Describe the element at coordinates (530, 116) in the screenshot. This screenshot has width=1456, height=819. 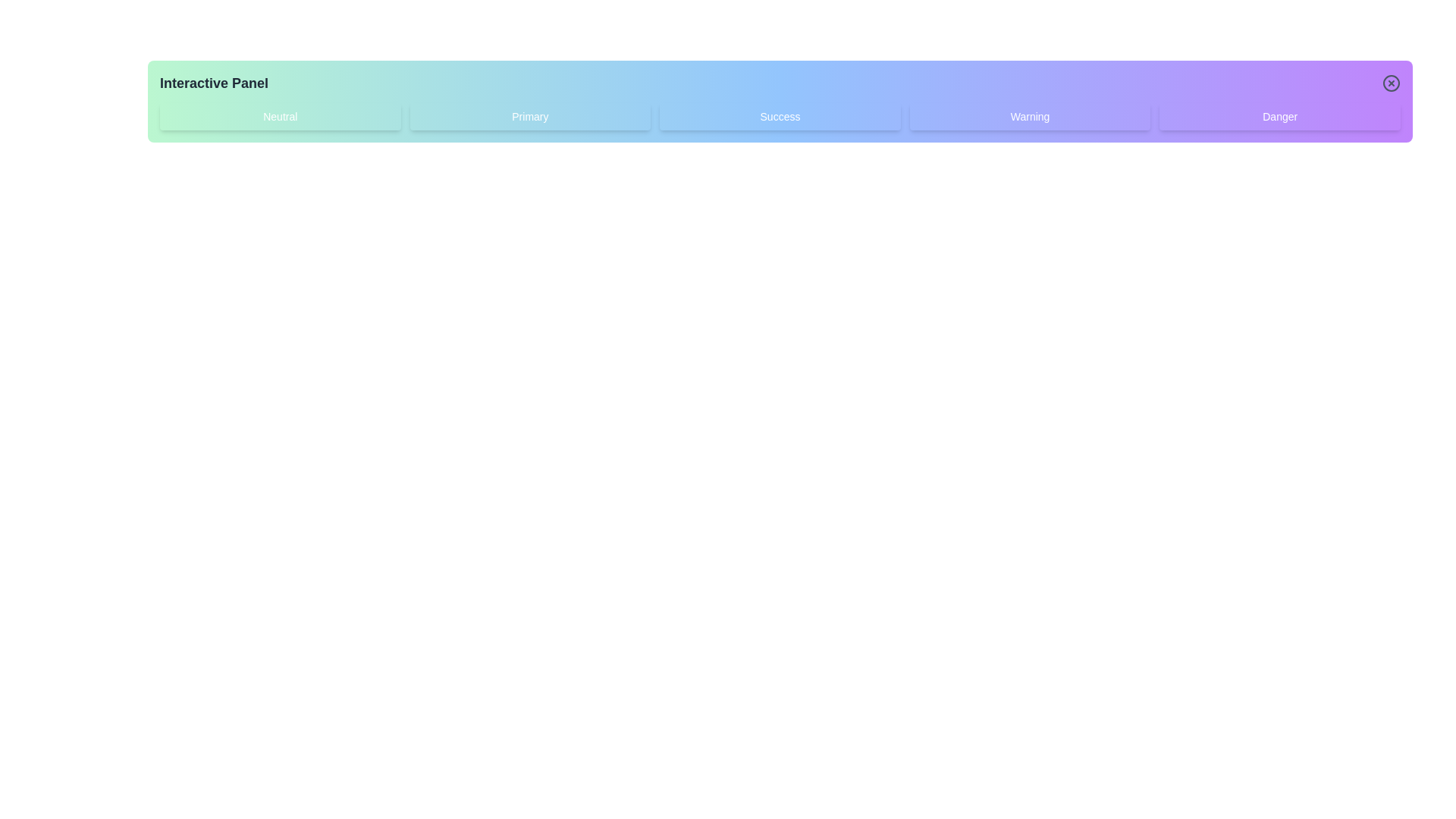
I see `the 'Primary' button, which is the second button in a horizontal group of five buttons labeled 'Neutral', 'Primary', 'Success', 'Warning', and 'Danger'` at that location.